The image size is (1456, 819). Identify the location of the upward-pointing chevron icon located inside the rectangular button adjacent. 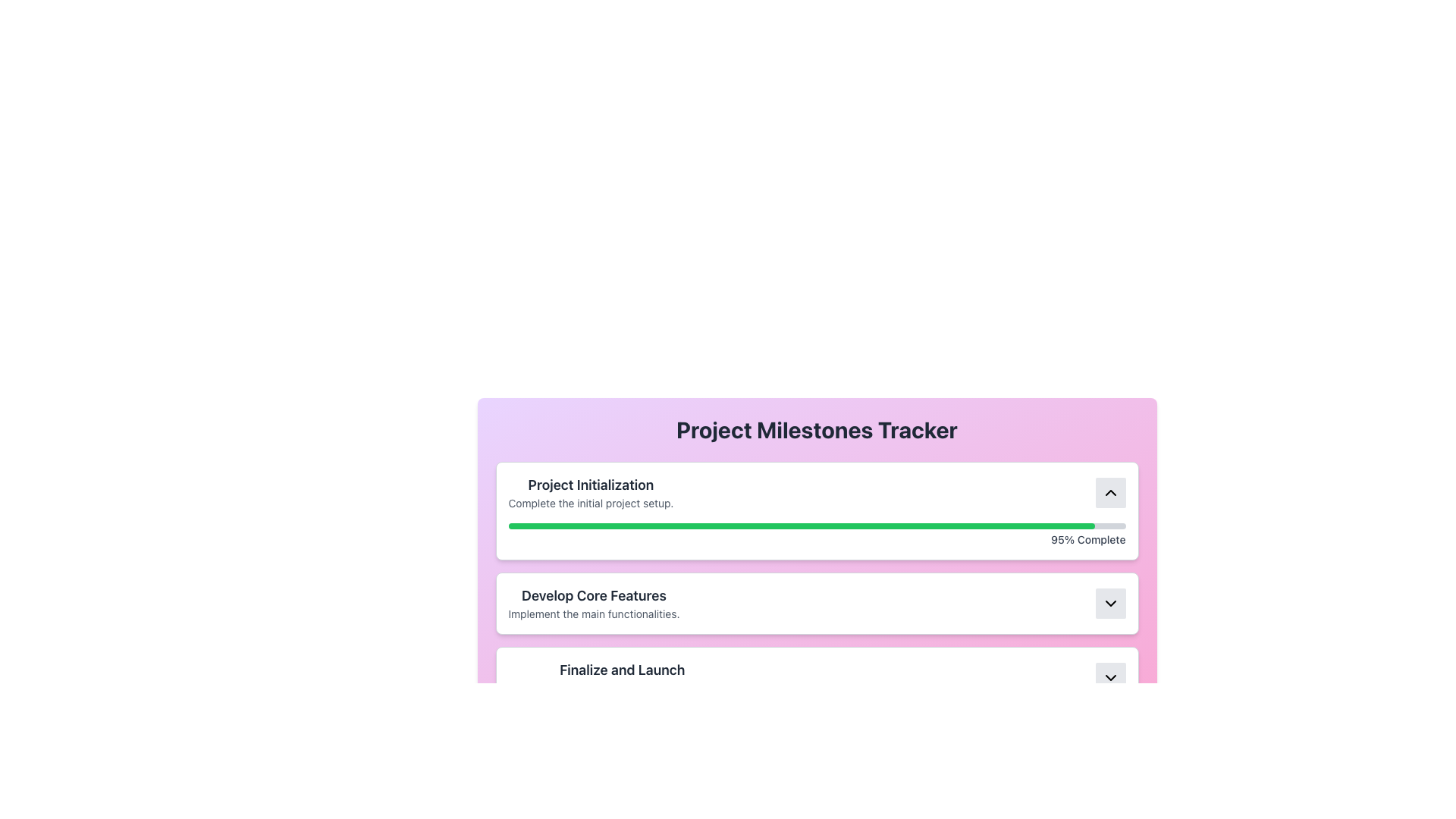
(1110, 493).